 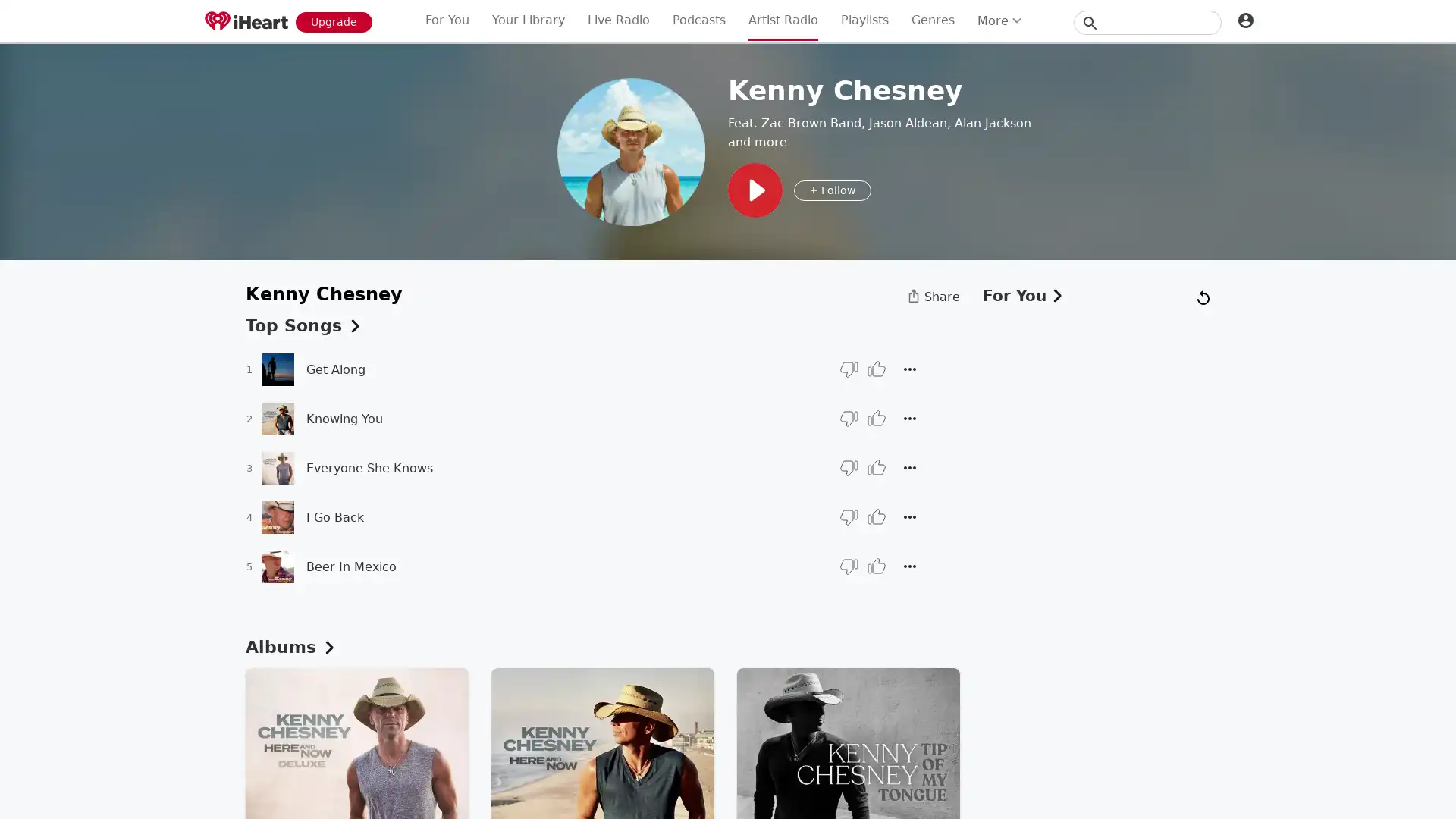 What do you see at coordinates (1389, 789) in the screenshot?
I see `More` at bounding box center [1389, 789].